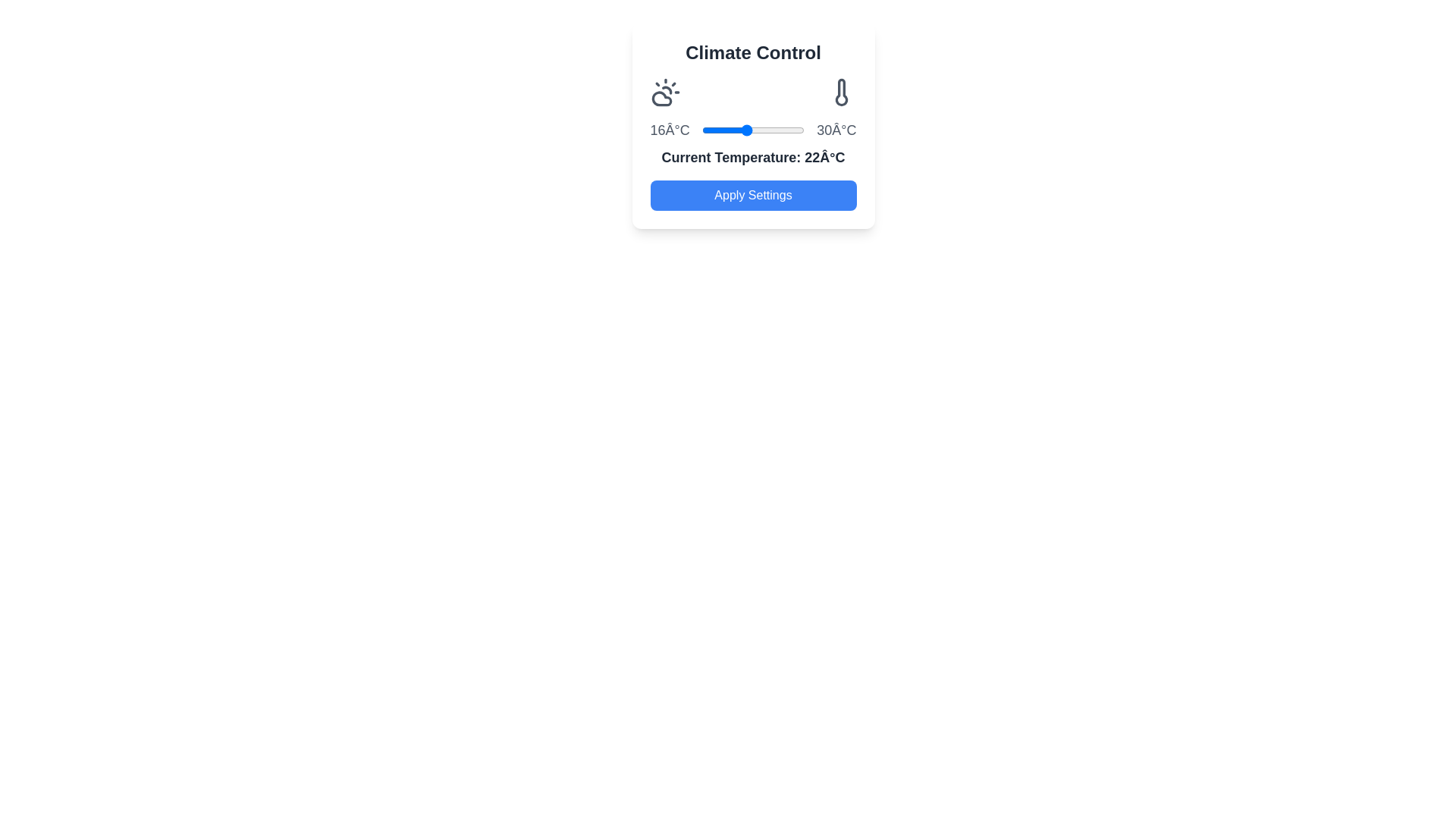  What do you see at coordinates (767, 130) in the screenshot?
I see `the temperature` at bounding box center [767, 130].